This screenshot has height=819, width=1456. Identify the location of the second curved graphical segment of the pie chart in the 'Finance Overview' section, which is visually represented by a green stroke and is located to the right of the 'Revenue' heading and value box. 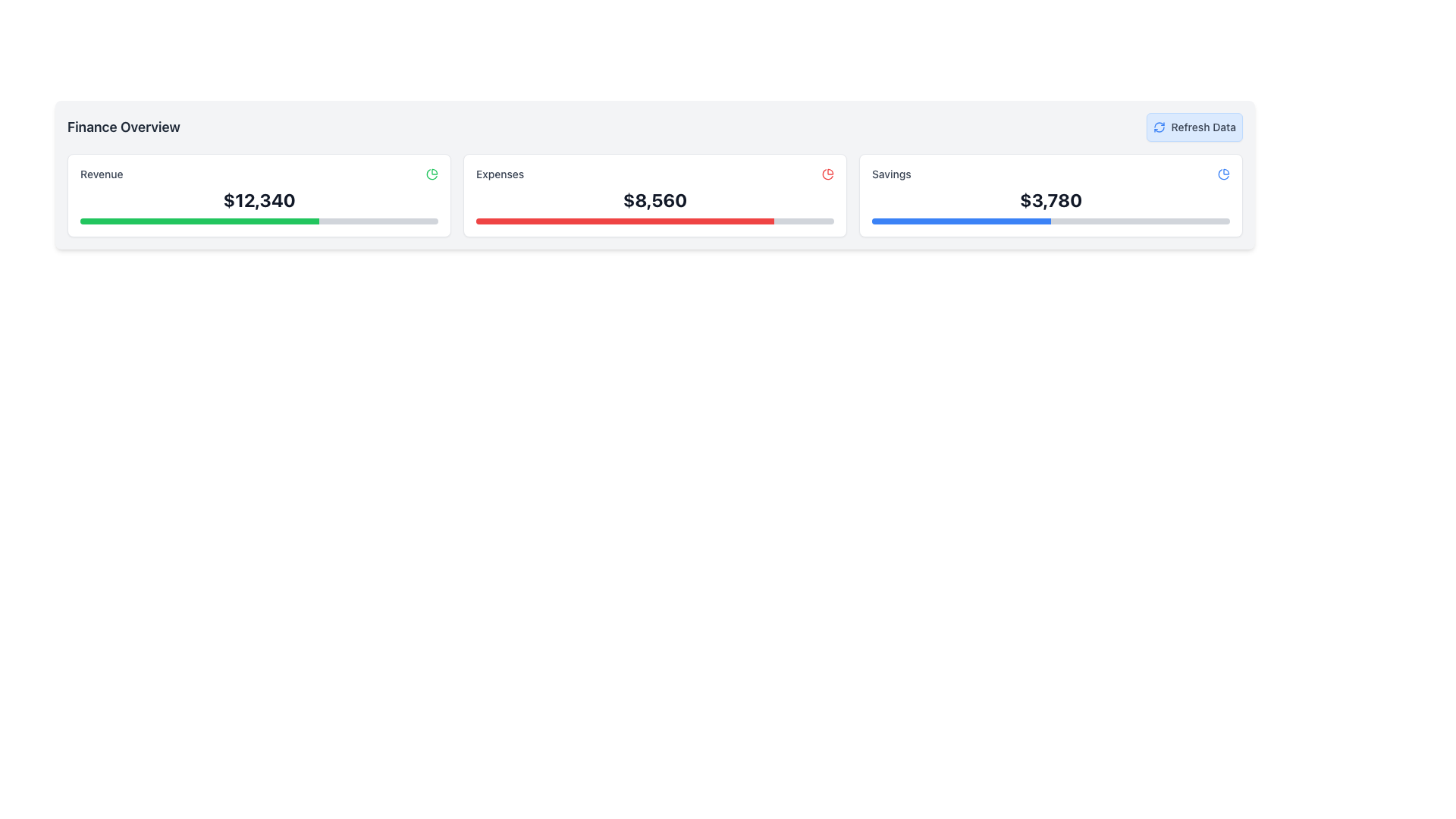
(431, 174).